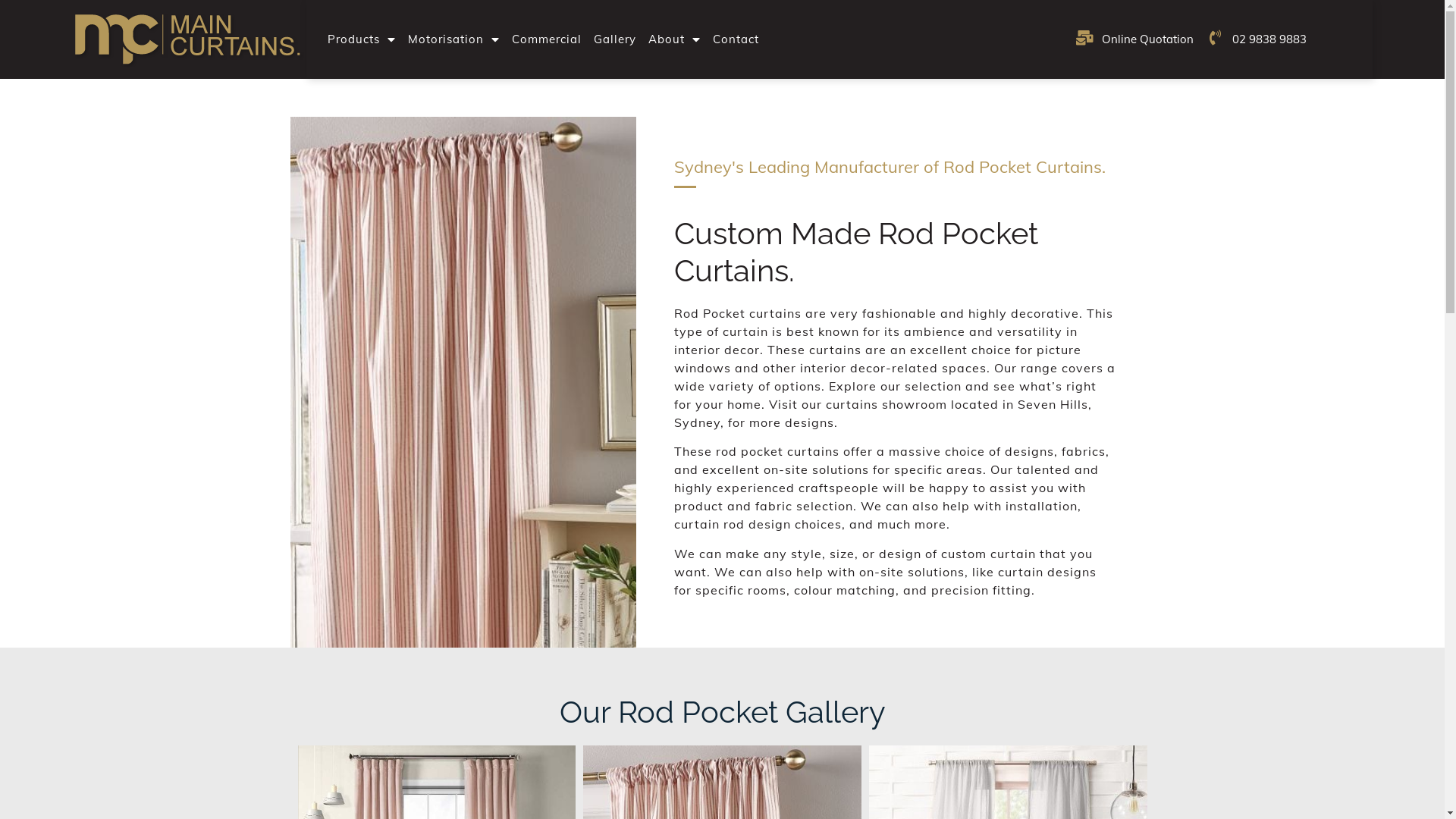 Image resolution: width=1456 pixels, height=819 pixels. What do you see at coordinates (615, 38) in the screenshot?
I see `'Gallery'` at bounding box center [615, 38].